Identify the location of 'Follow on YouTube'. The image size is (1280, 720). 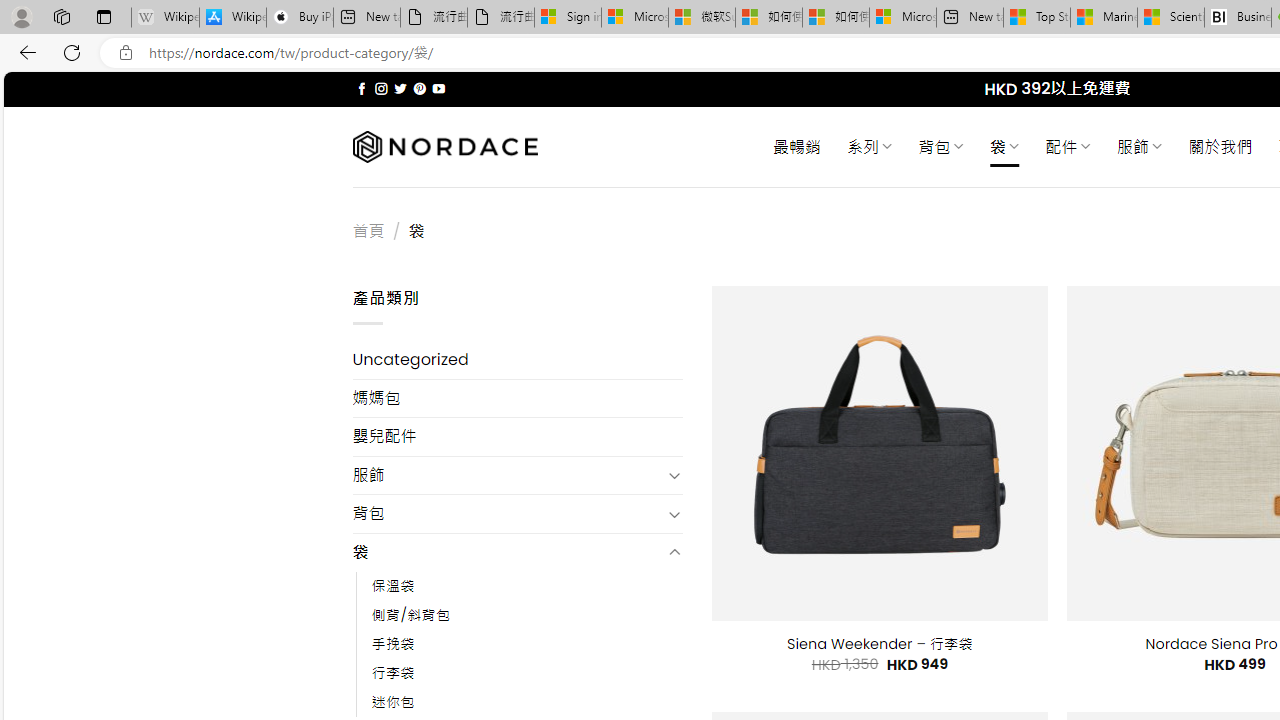
(438, 88).